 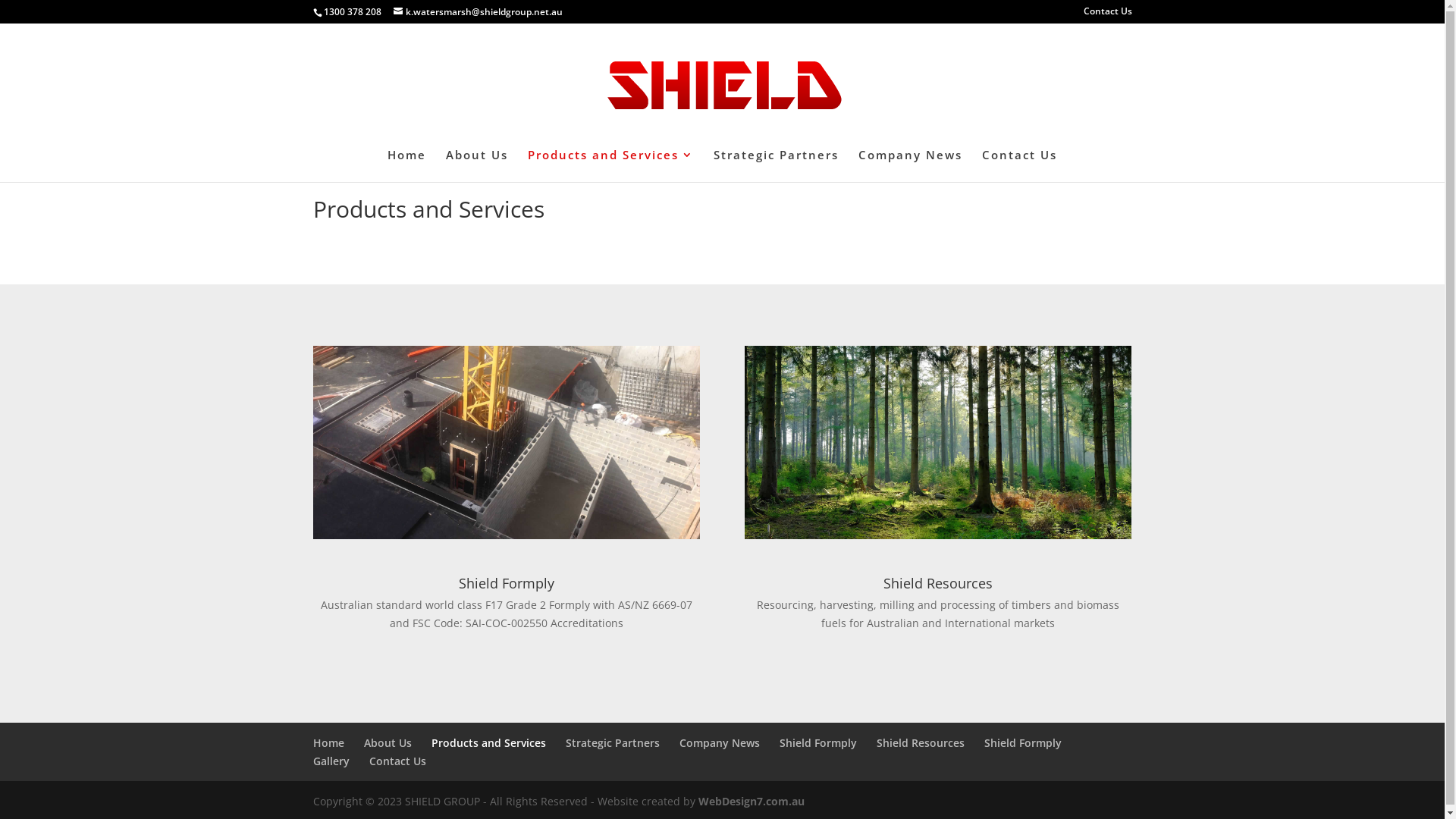 What do you see at coordinates (388, 742) in the screenshot?
I see `'About Us'` at bounding box center [388, 742].